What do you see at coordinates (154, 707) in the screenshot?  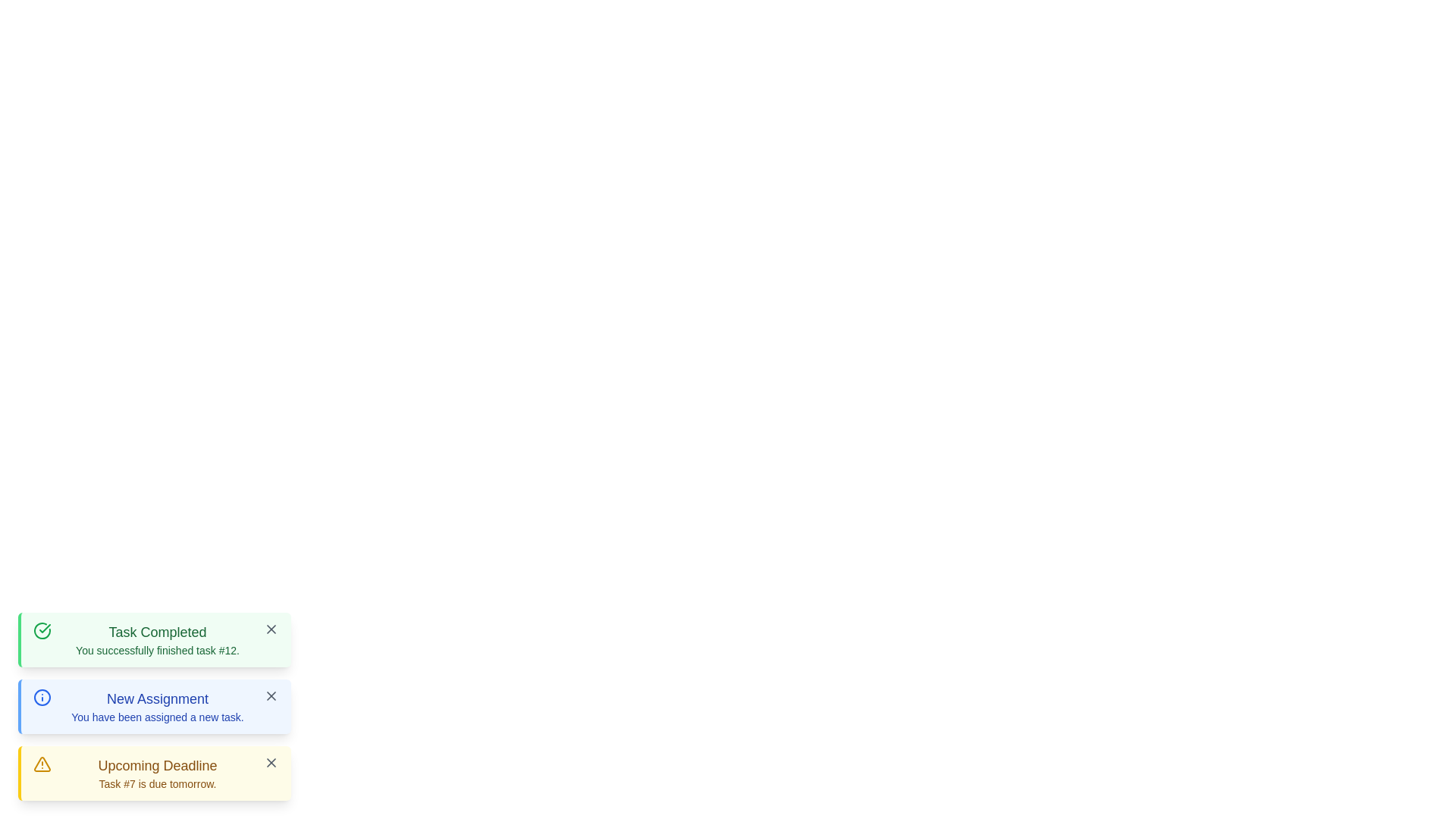 I see `the second informational notification box that informs the user about being assigned a new task` at bounding box center [154, 707].